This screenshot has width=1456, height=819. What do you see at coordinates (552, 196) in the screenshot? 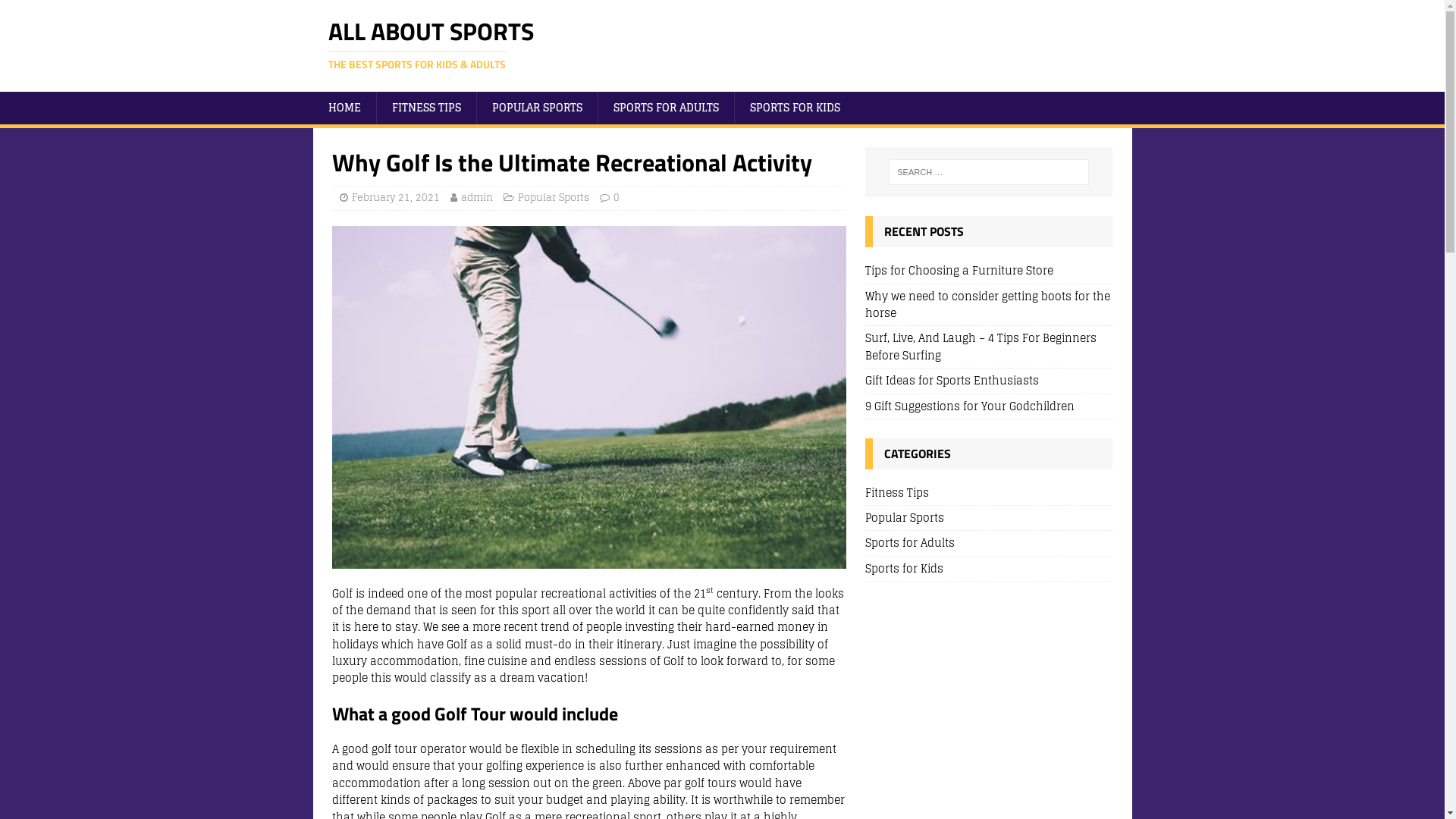
I see `'Popular Sports'` at bounding box center [552, 196].